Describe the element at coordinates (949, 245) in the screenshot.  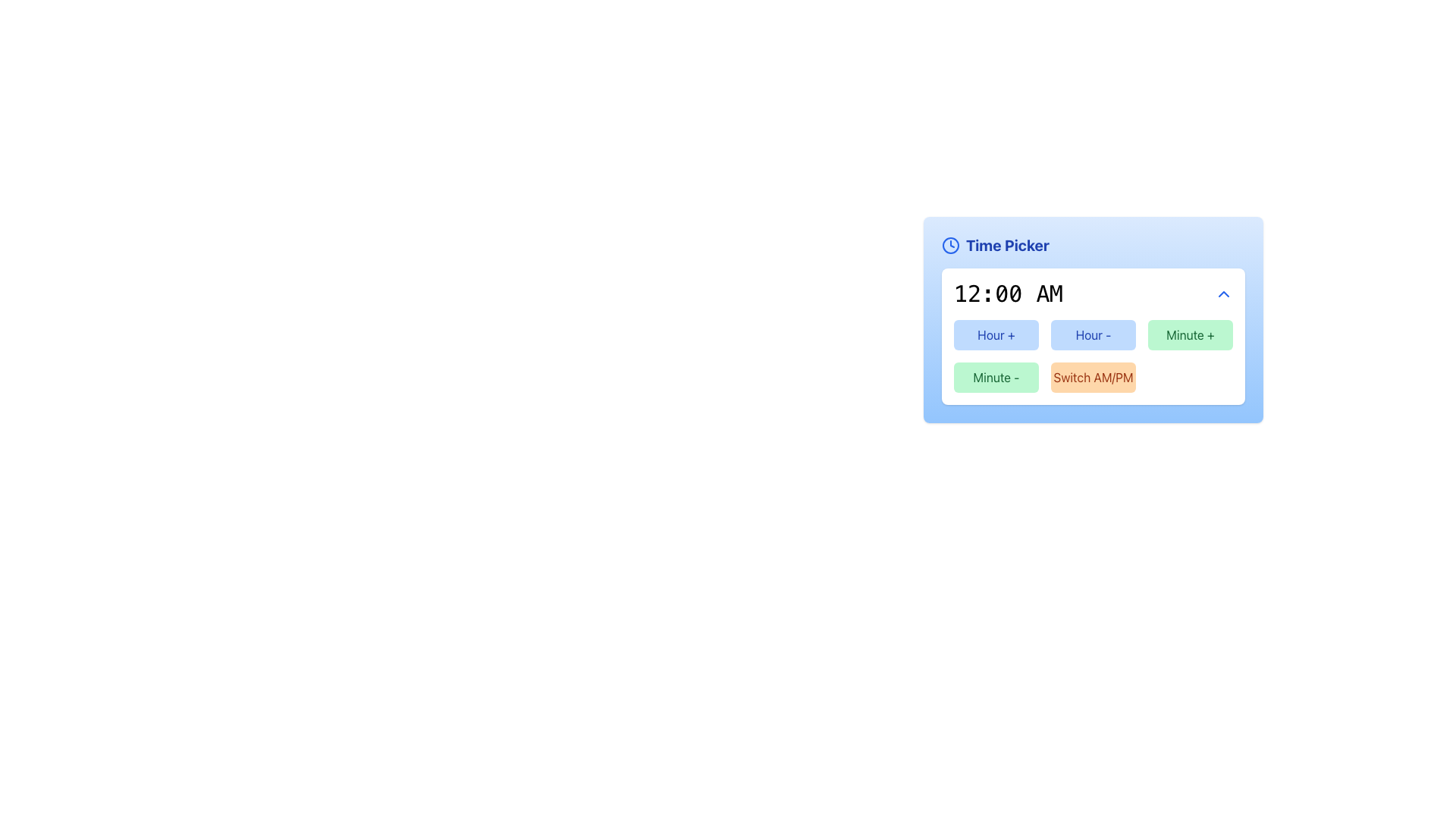
I see `the blue clock icon located immediately to the left of the 'Time Picker' title in the UI` at that location.